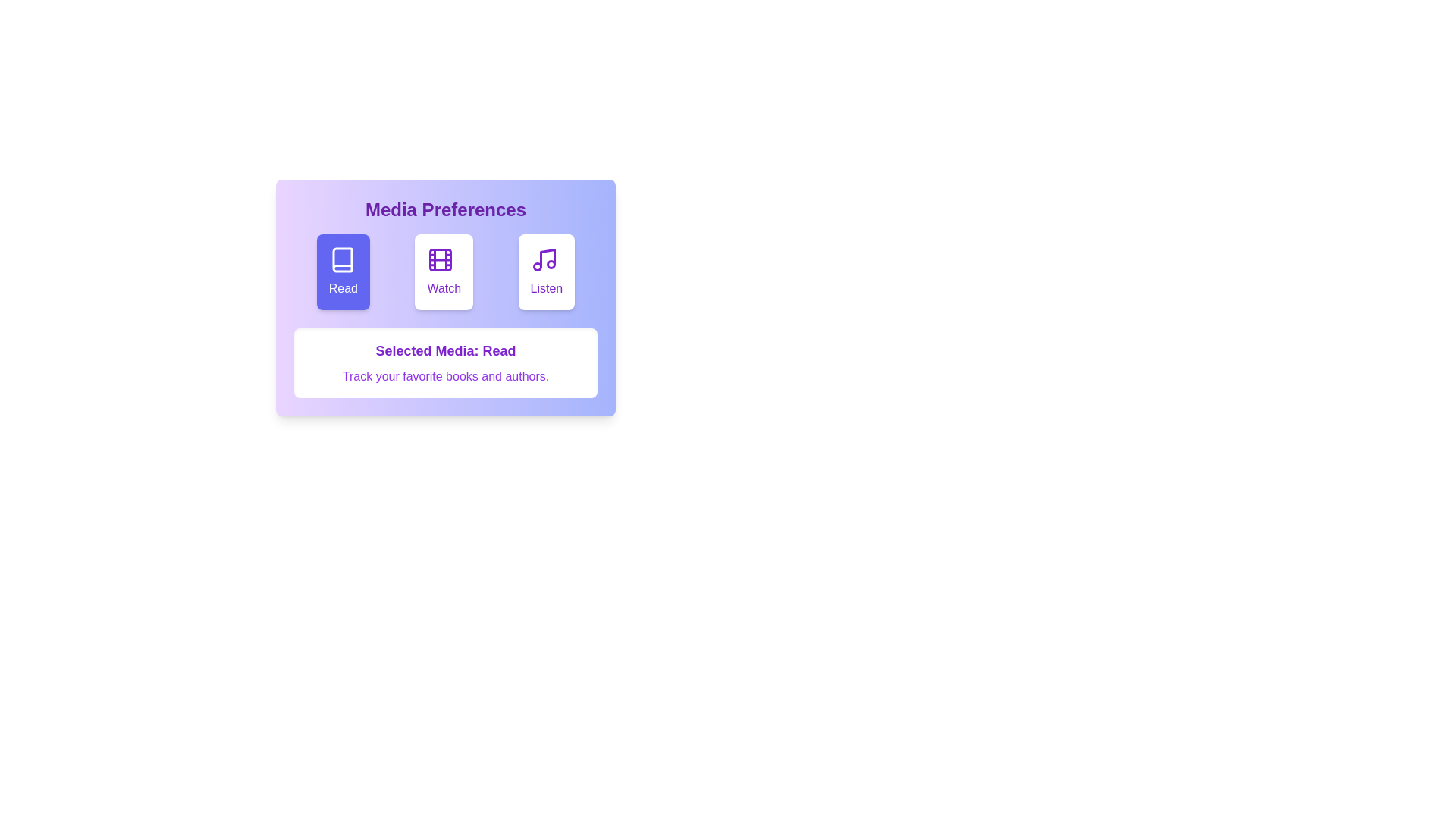 The width and height of the screenshot is (1456, 819). I want to click on the media type Watch by clicking on the corresponding button, so click(443, 271).